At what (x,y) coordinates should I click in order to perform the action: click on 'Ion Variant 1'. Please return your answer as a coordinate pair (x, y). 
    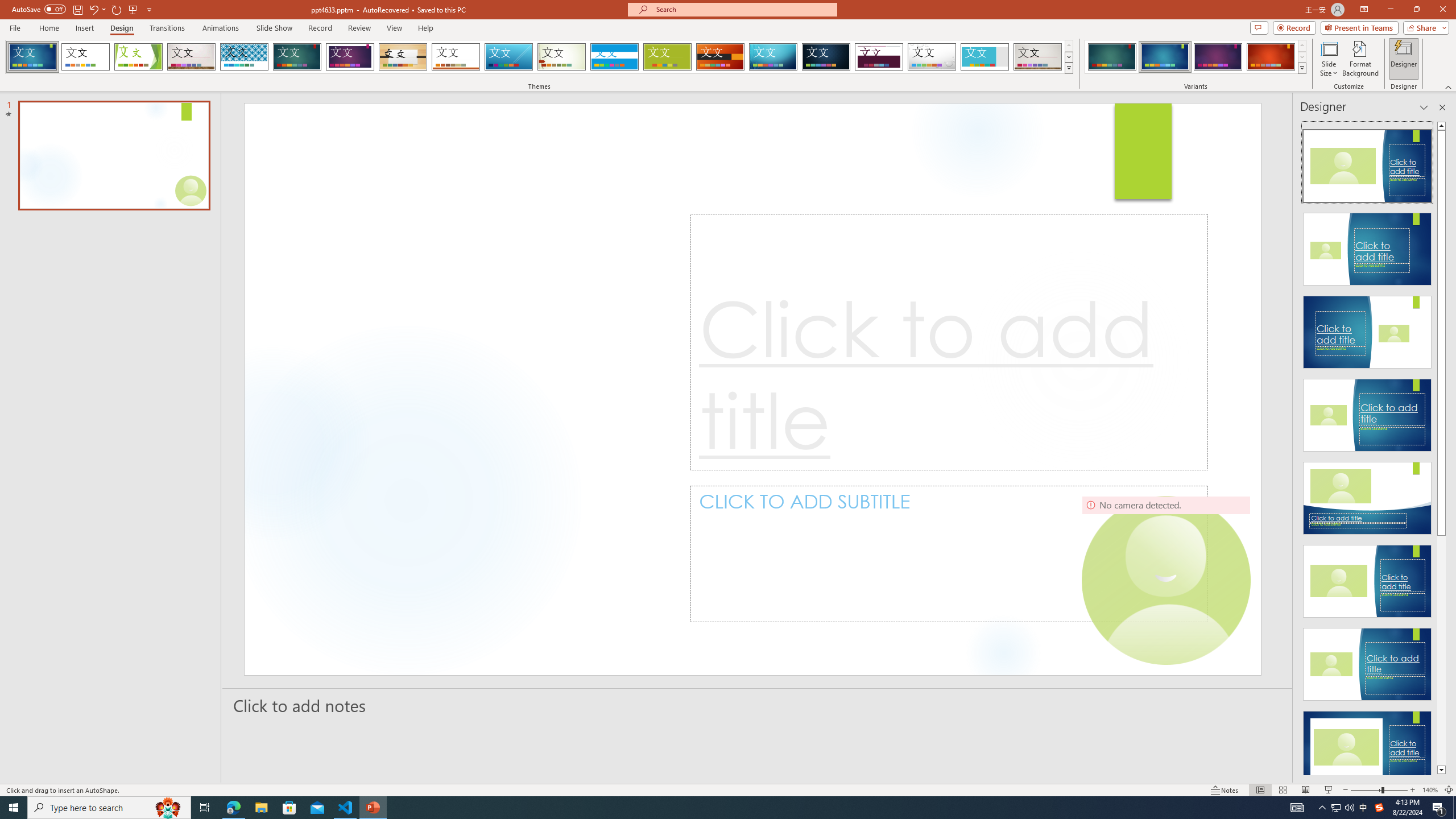
    Looking at the image, I should click on (1111, 56).